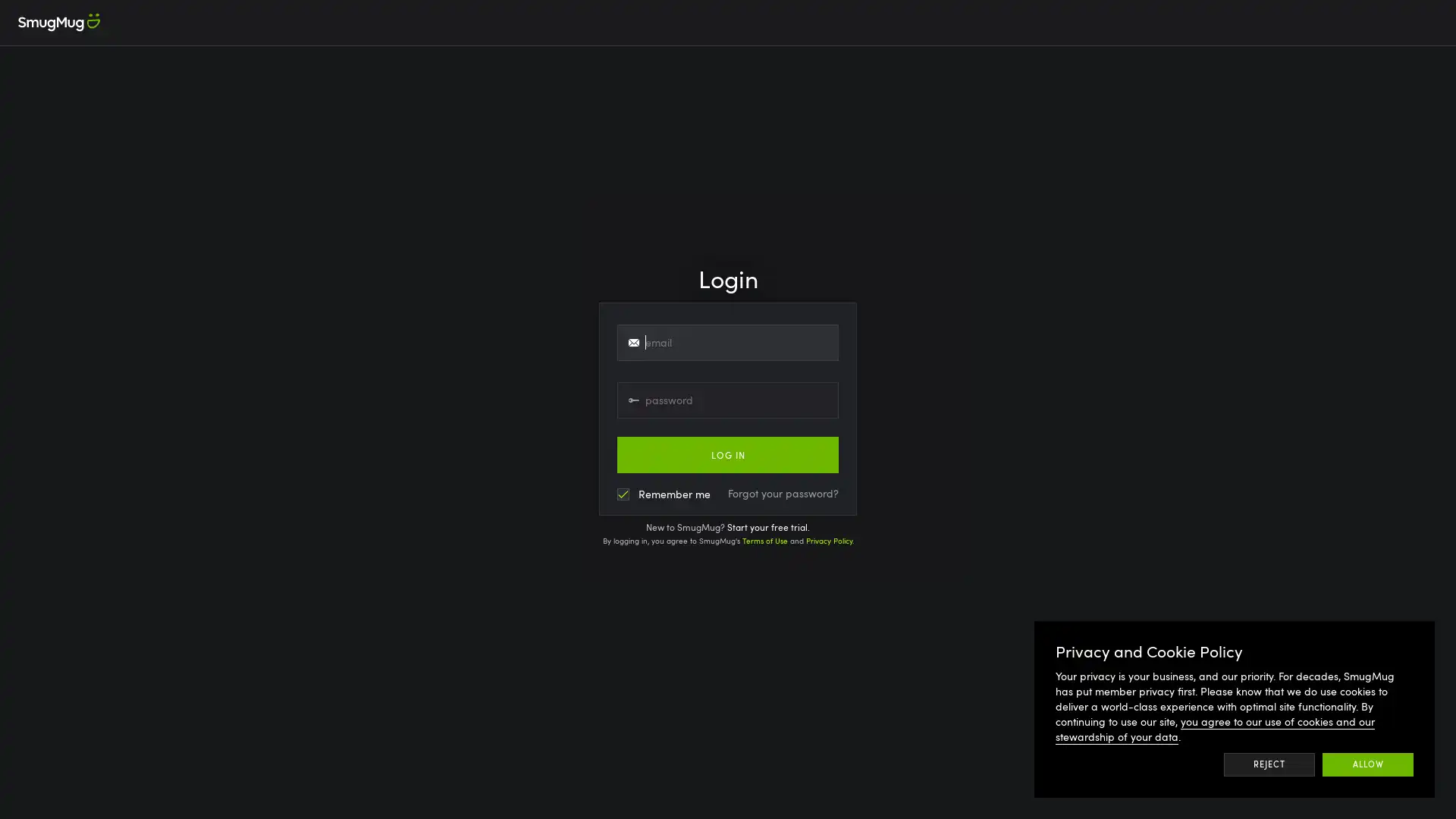 The image size is (1456, 819). I want to click on LOG IN, so click(728, 454).